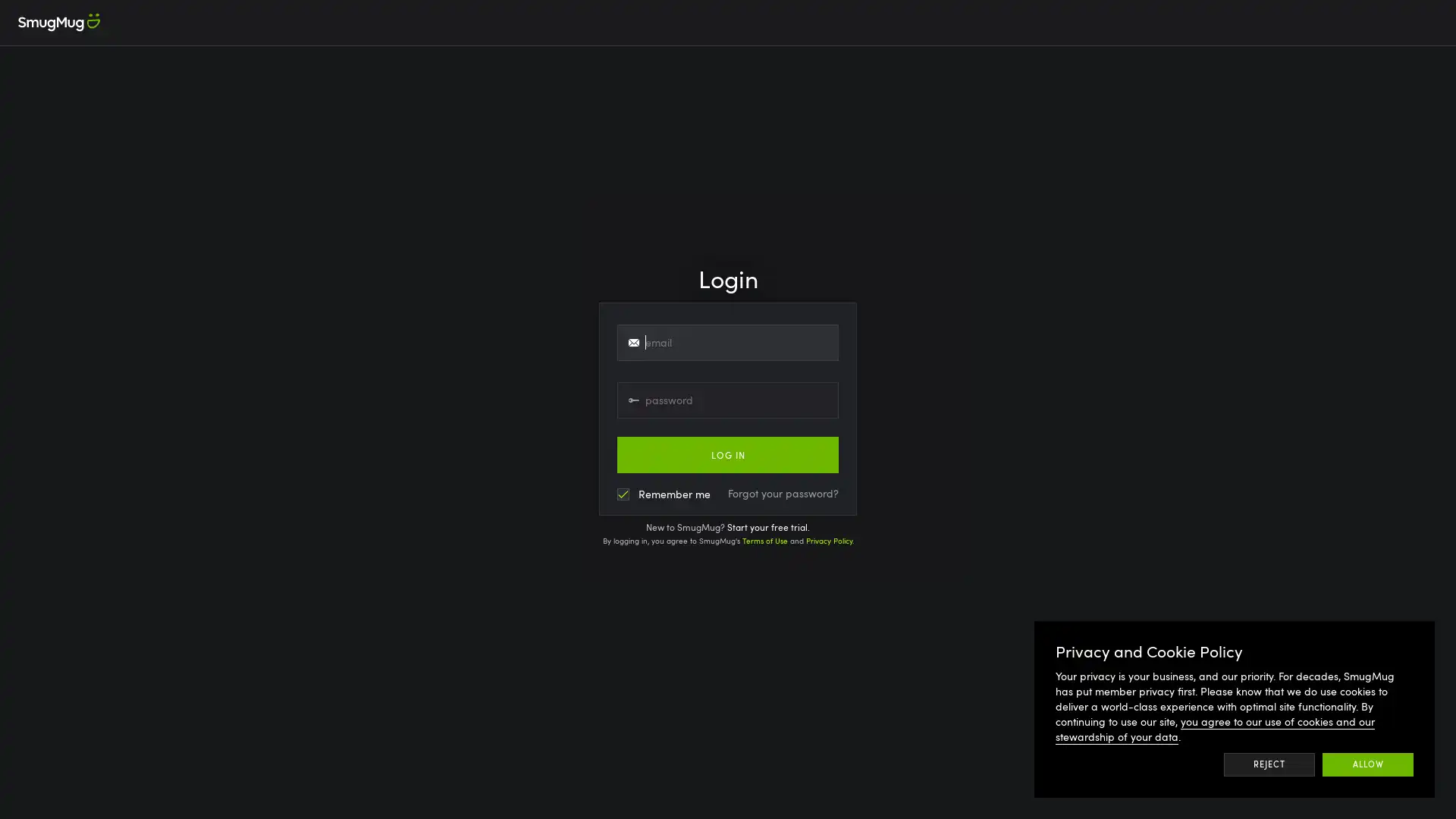 The image size is (1456, 819). I want to click on LOG IN, so click(728, 454).